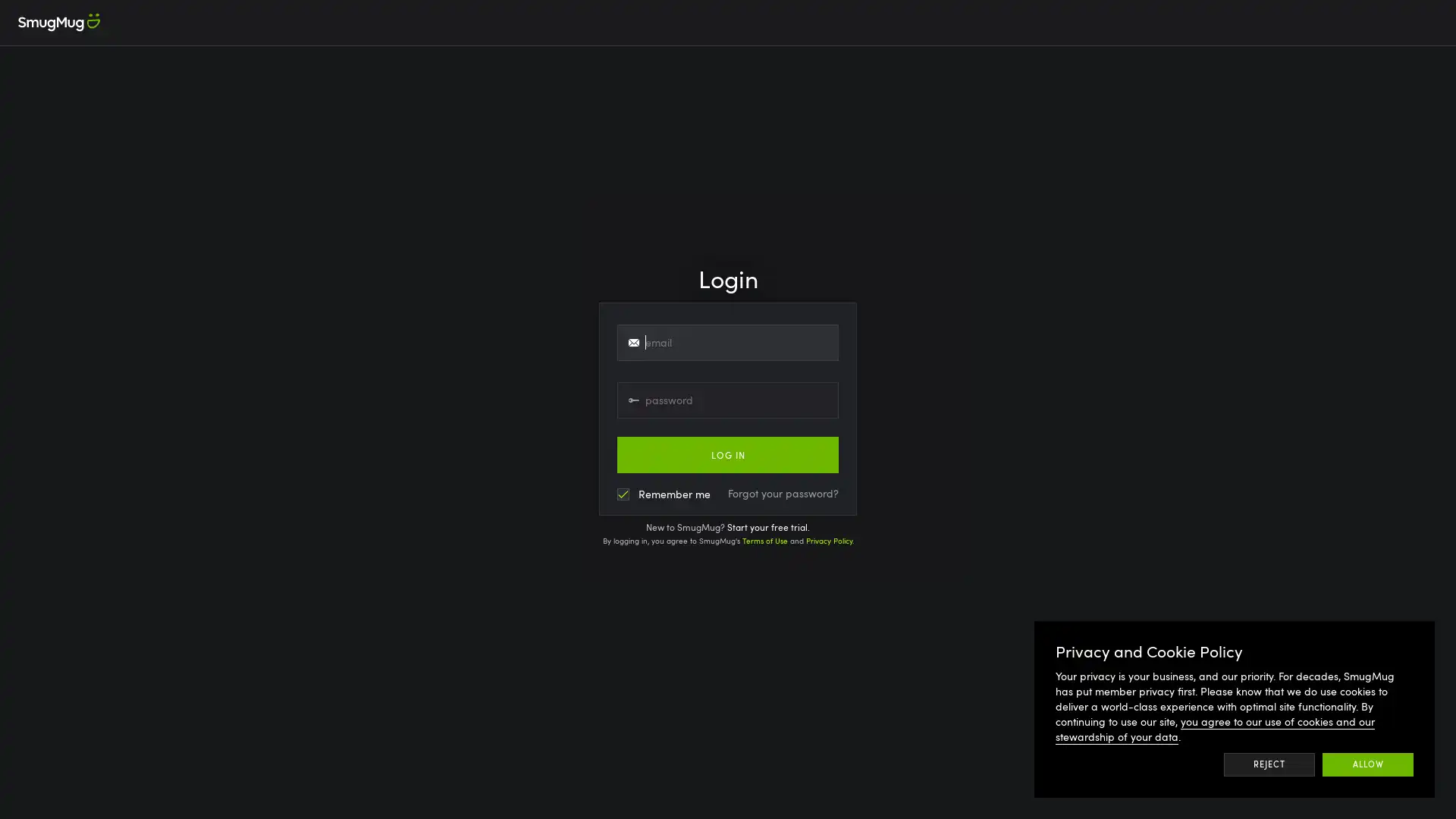 The image size is (1456, 819). I want to click on LOG IN, so click(728, 454).